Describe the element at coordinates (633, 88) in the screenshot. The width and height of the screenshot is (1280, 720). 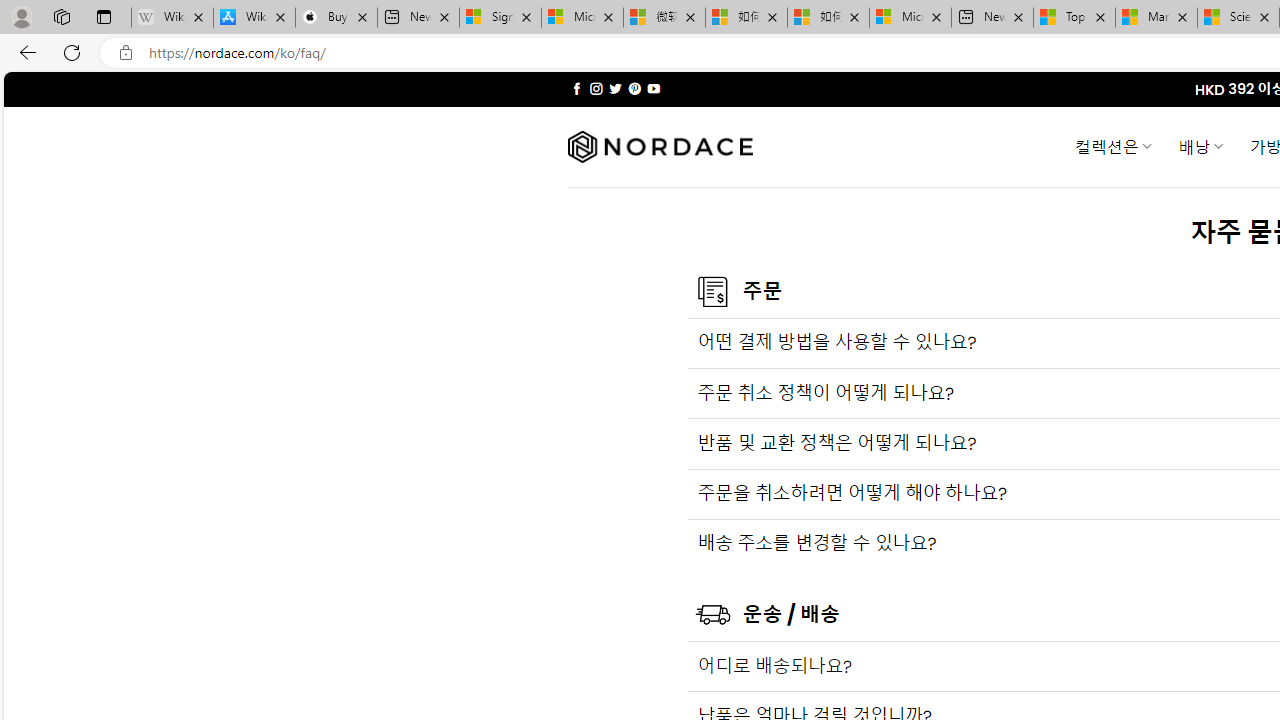
I see `'Follow on Pinterest'` at that location.